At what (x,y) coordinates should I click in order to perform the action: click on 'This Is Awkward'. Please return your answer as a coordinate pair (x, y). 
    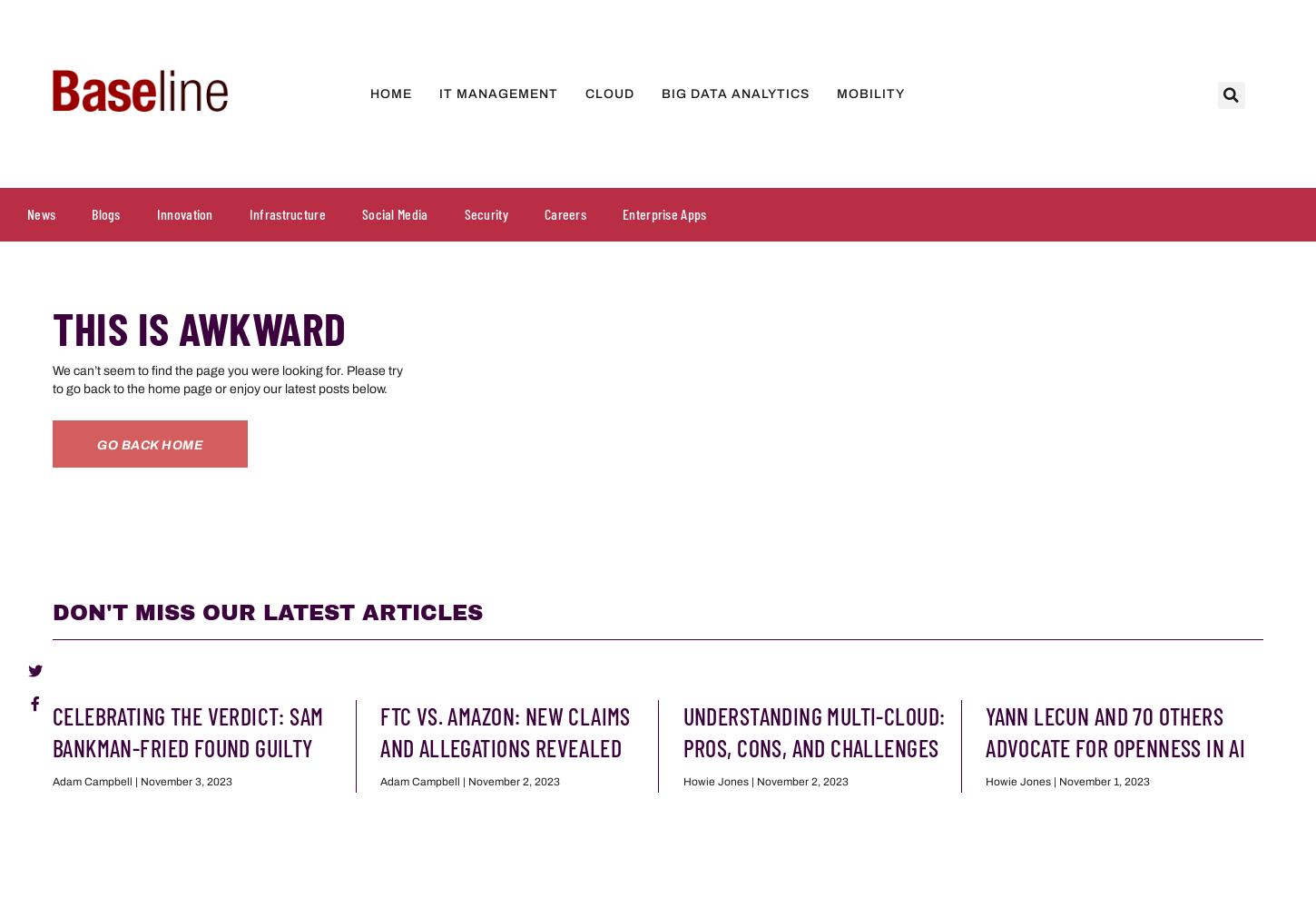
    Looking at the image, I should click on (198, 327).